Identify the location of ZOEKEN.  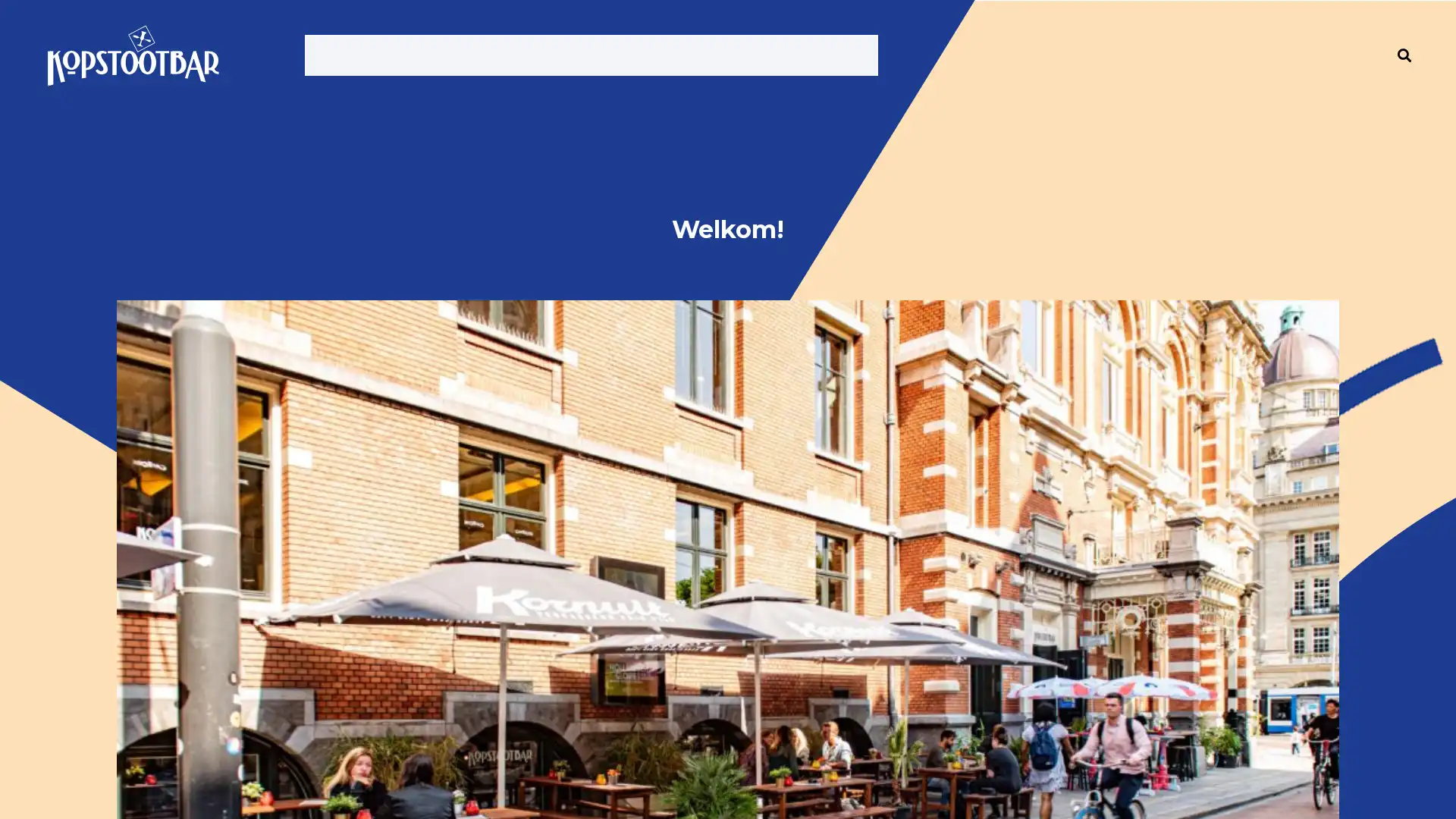
(1404, 55).